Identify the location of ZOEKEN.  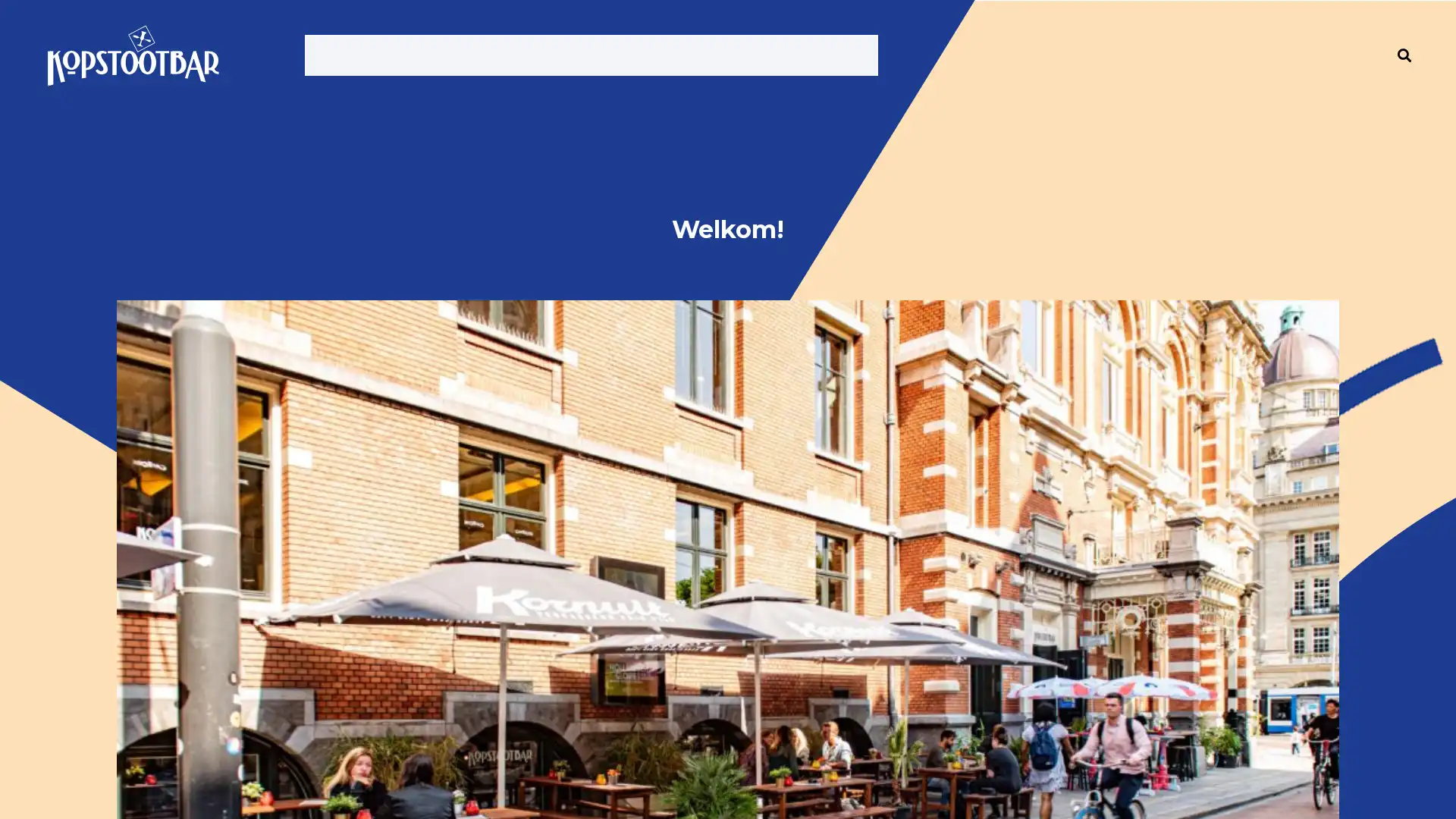
(1404, 55).